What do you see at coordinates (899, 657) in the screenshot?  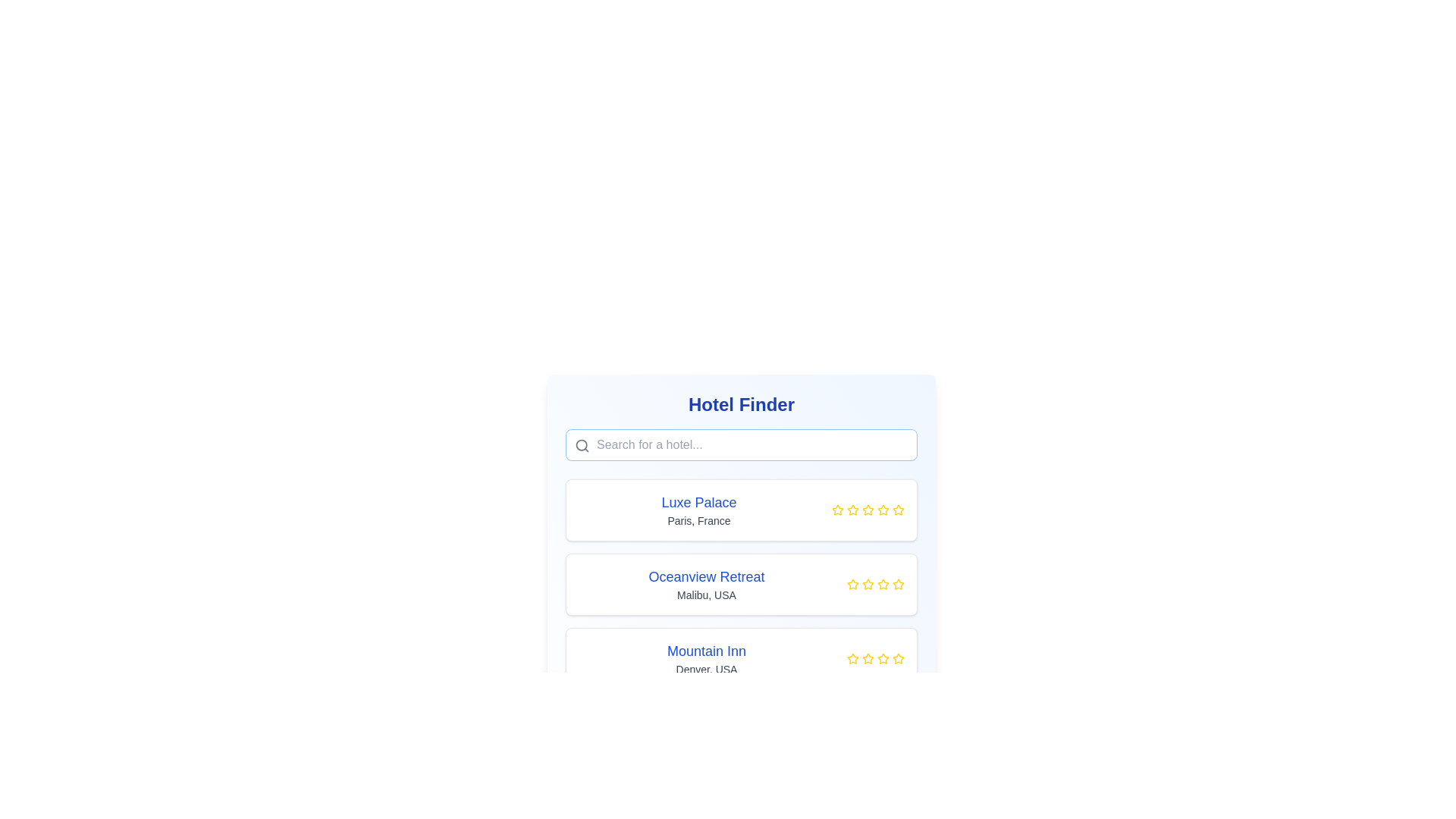 I see `the sixth star-shaped icon` at bounding box center [899, 657].